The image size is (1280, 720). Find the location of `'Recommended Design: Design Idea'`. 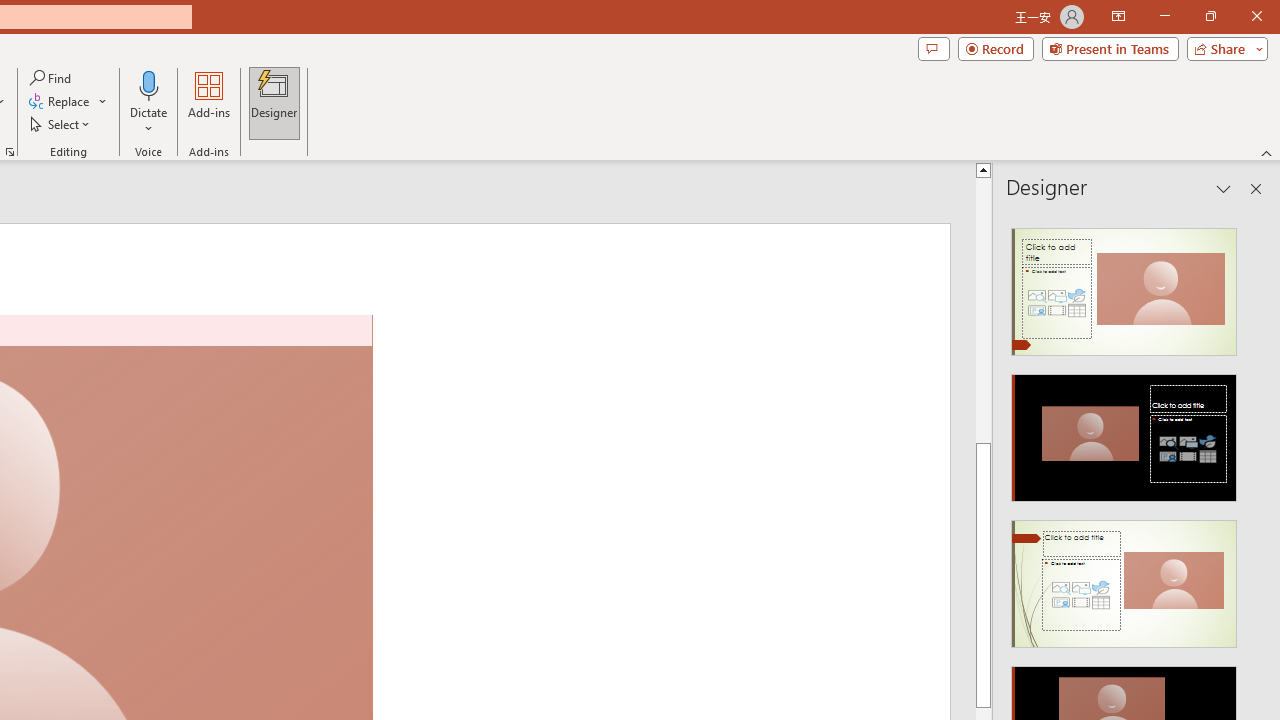

'Recommended Design: Design Idea' is located at coordinates (1124, 286).